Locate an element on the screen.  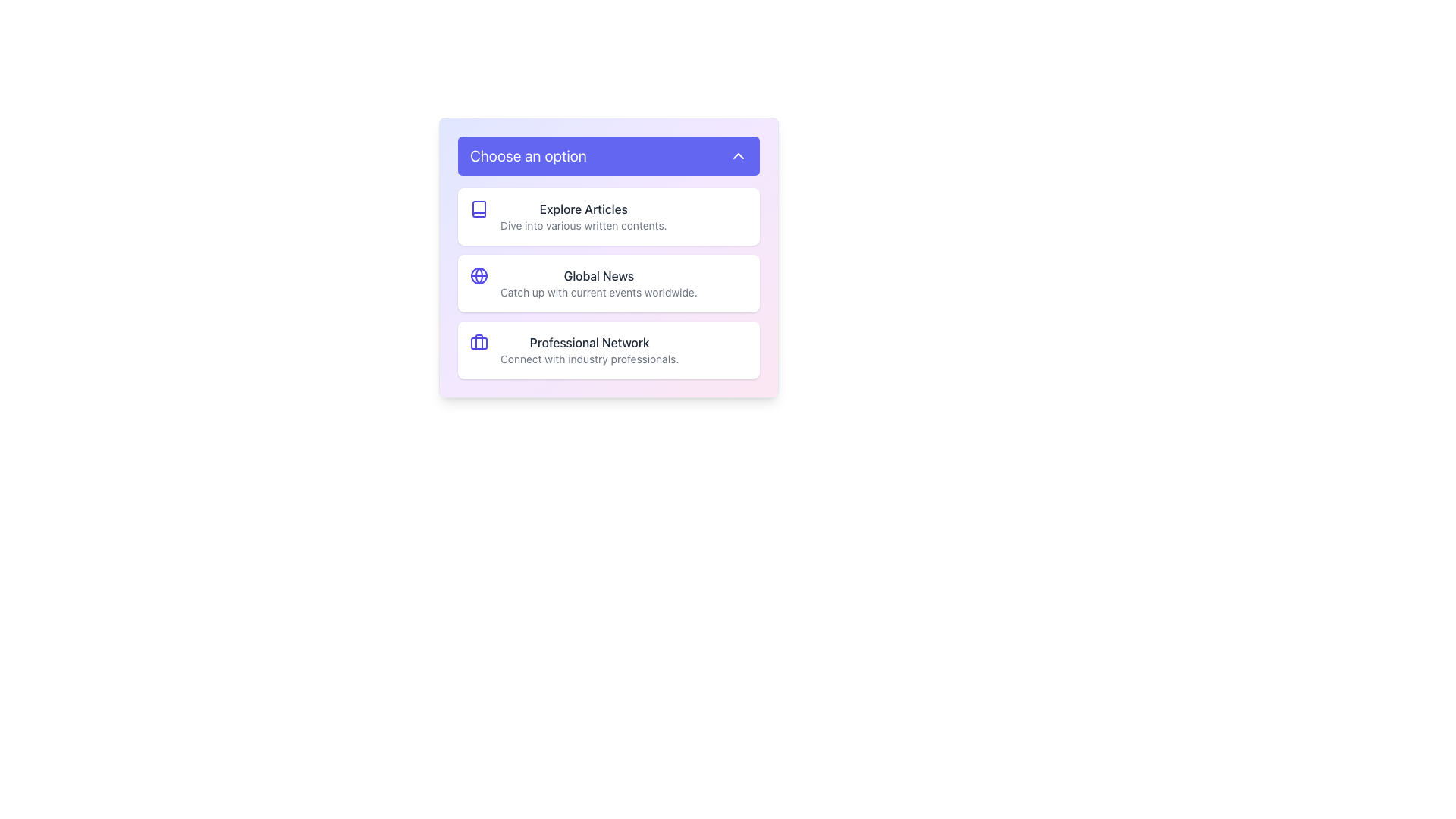
text content of the subtitle 'Dive into various written contents.' located below the title 'Explore Articles' in the upper quadrant of the menu box is located at coordinates (582, 225).